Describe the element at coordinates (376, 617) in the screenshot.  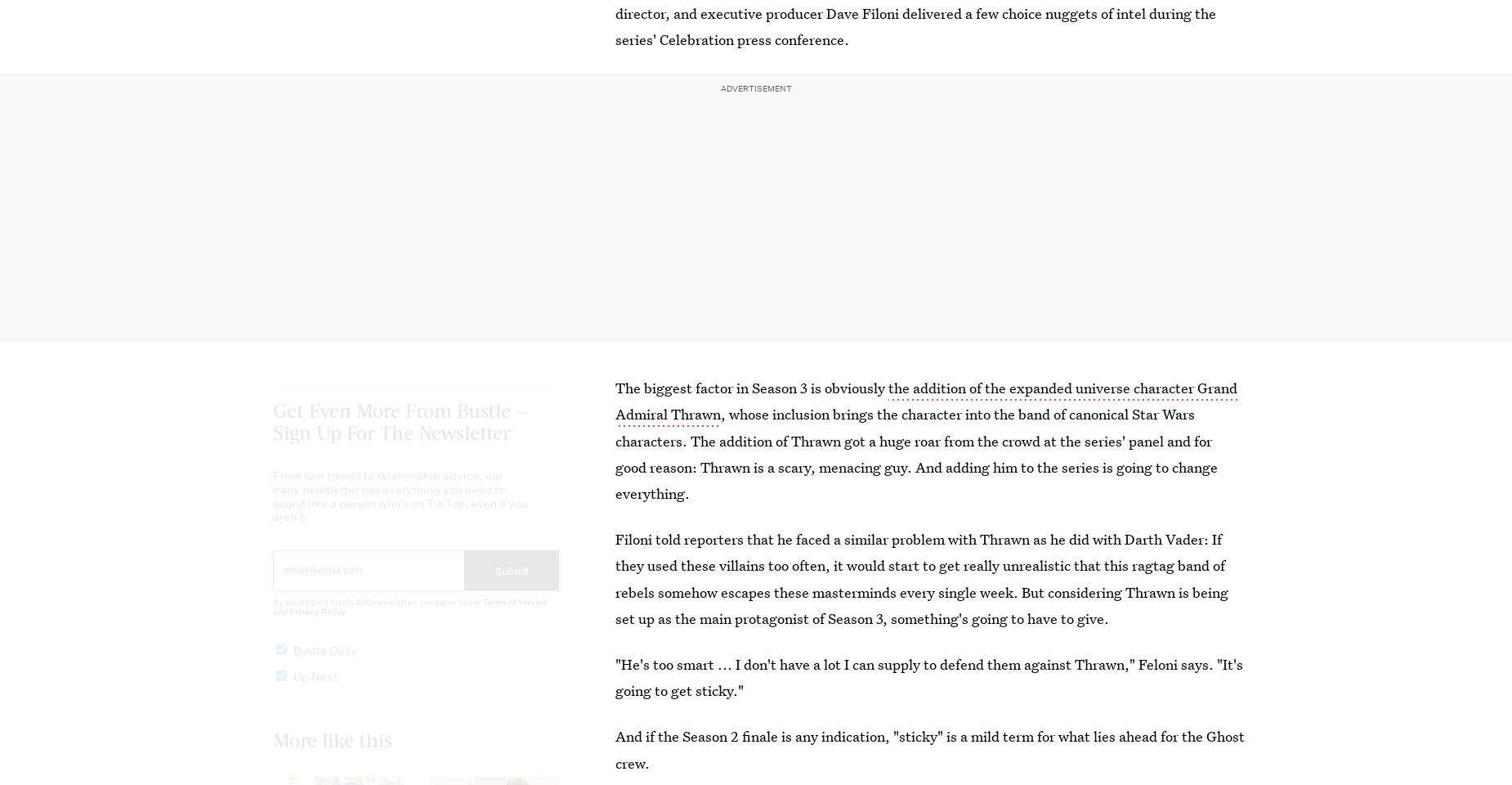
I see `'By subscribing to this BDG newsletter, you agree to our'` at that location.